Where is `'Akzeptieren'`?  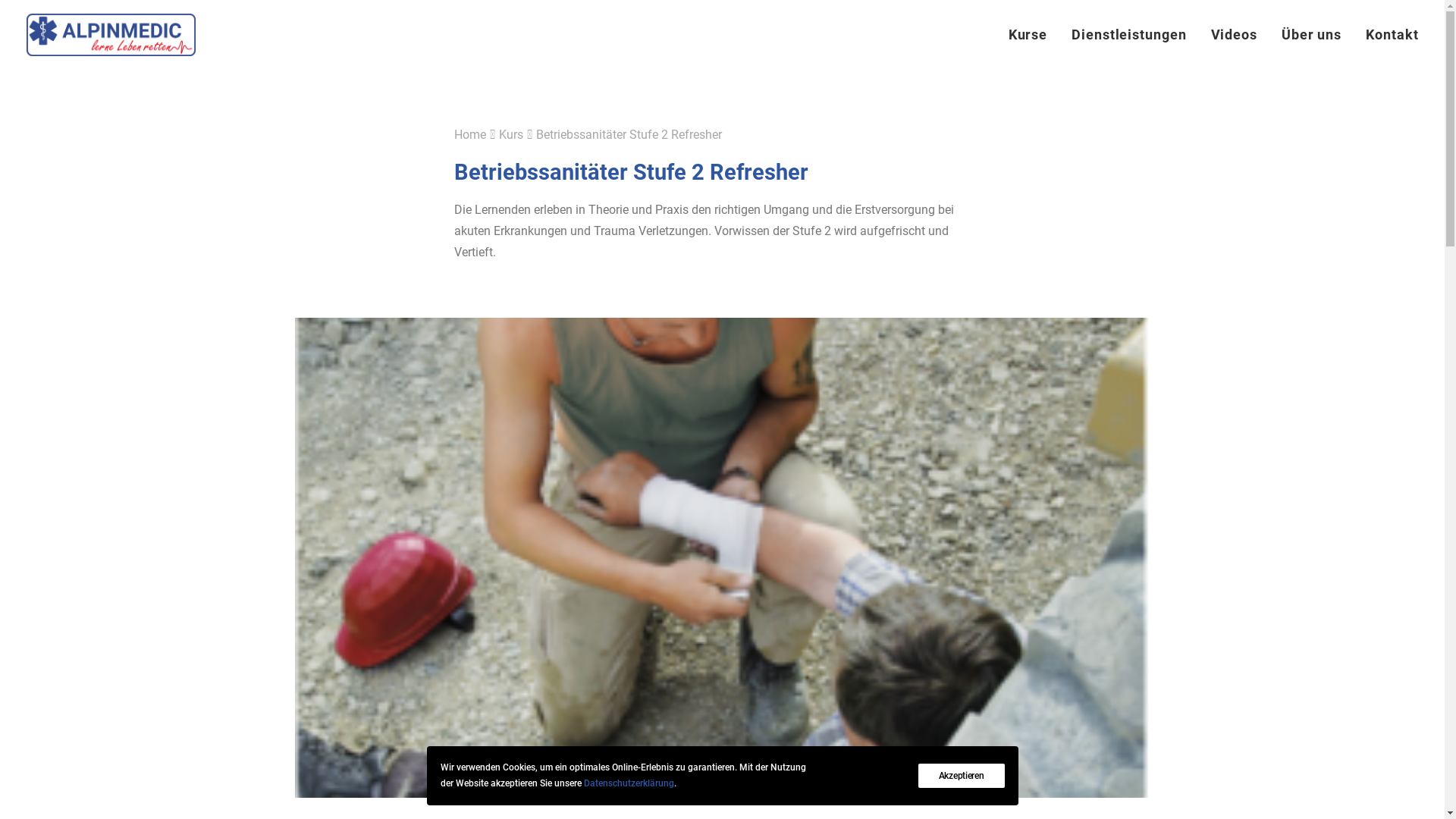
'Akzeptieren' is located at coordinates (960, 775).